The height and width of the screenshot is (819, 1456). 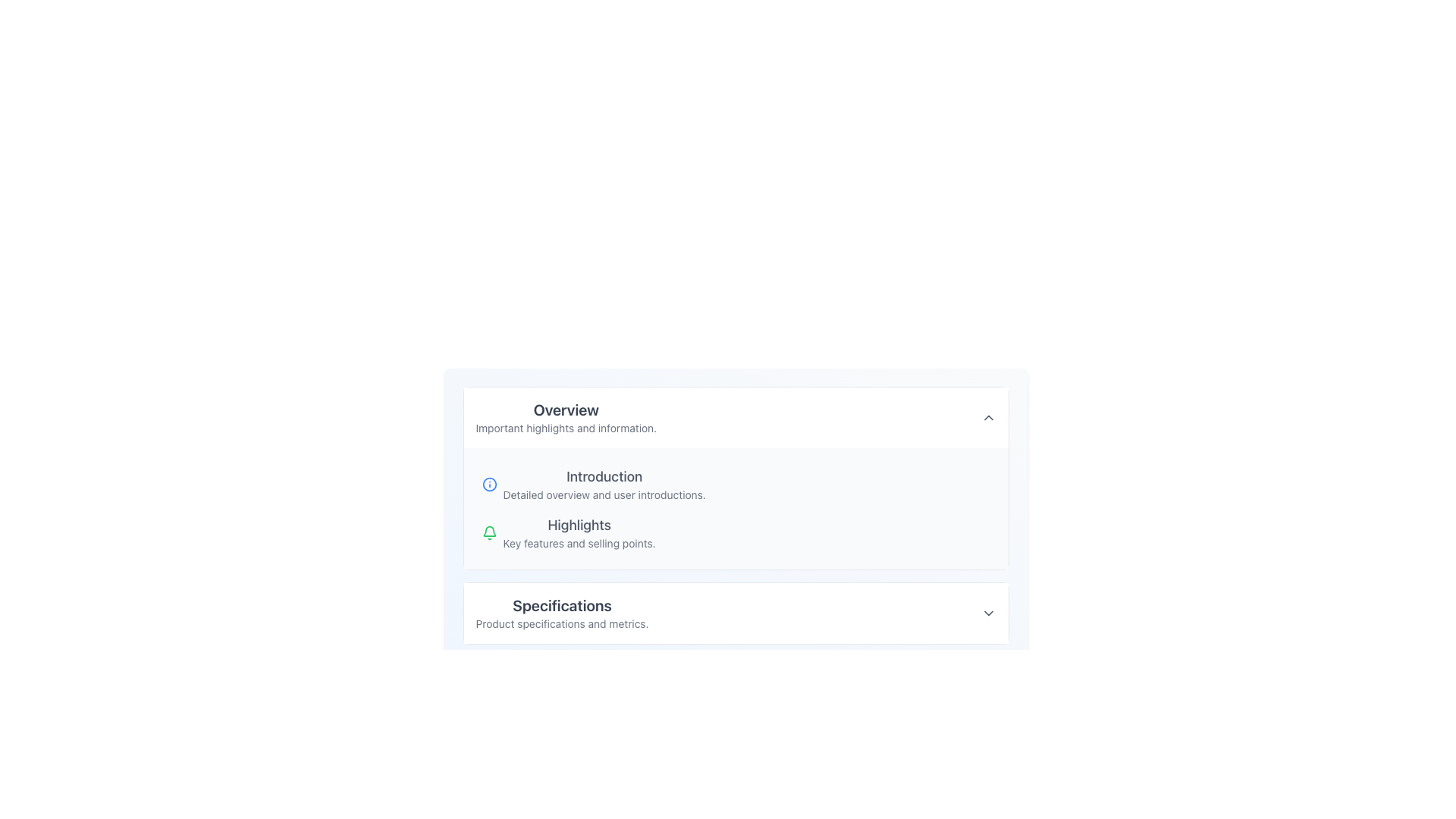 I want to click on displayed text of the Text-based Section Header that describes the 'Introduction' section, which is located above the 'Highlights' section and follows the blue 'i' icon, so click(x=604, y=485).